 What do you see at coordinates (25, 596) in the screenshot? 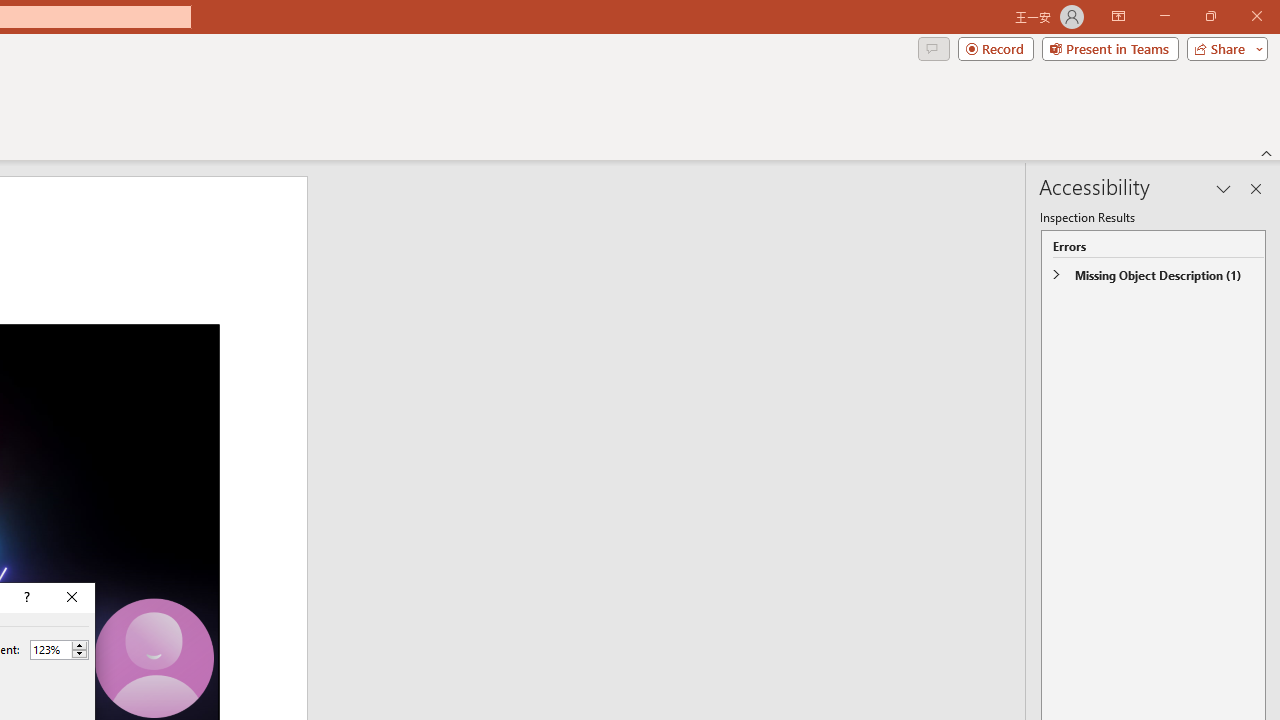
I see `'Context help'` at bounding box center [25, 596].